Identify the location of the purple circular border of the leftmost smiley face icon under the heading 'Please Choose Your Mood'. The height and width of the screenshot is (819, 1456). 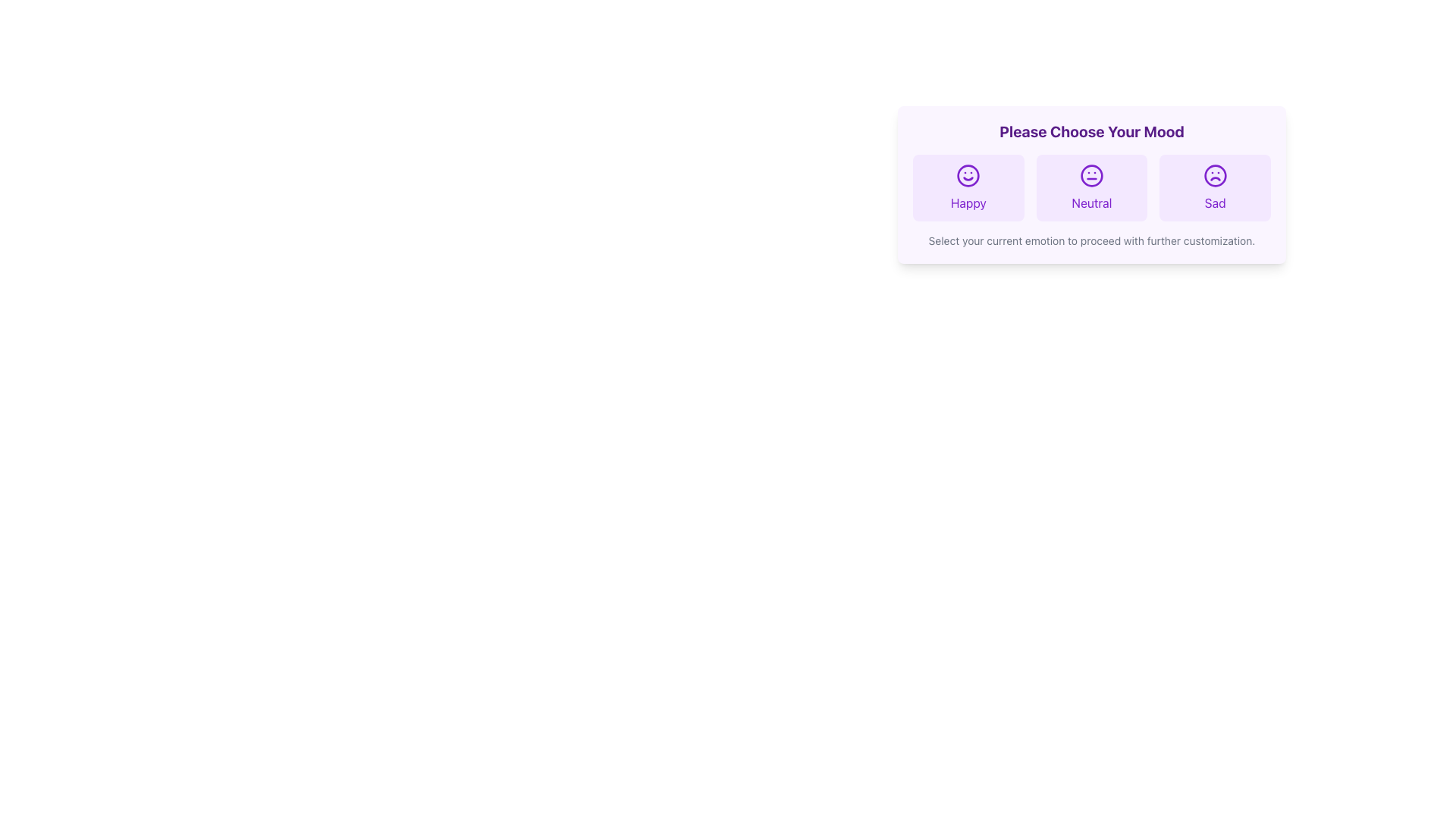
(968, 174).